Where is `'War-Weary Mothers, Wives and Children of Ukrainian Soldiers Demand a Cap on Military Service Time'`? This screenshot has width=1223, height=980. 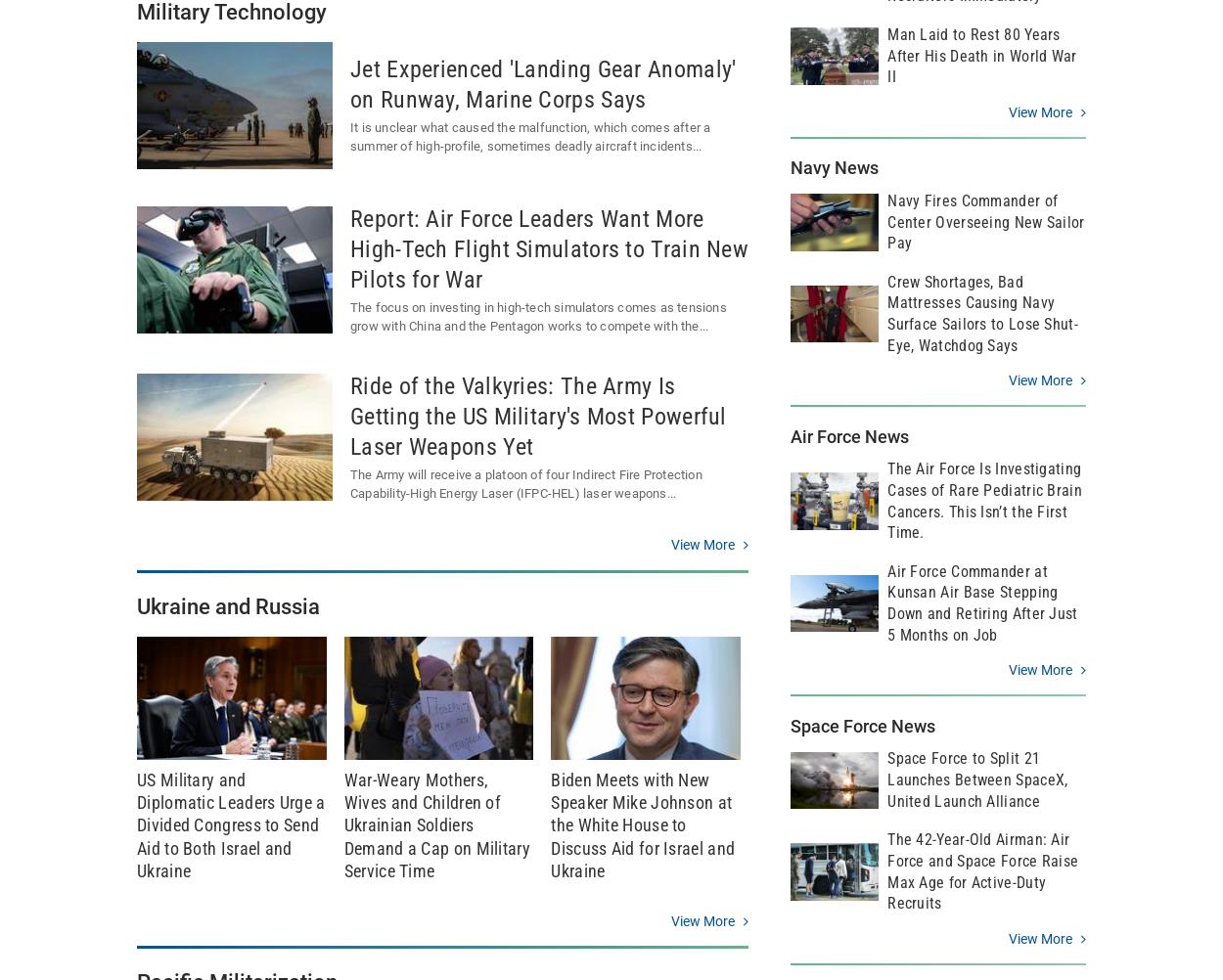 'War-Weary Mothers, Wives and Children of Ukrainian Soldiers Demand a Cap on Military Service Time' is located at coordinates (435, 824).